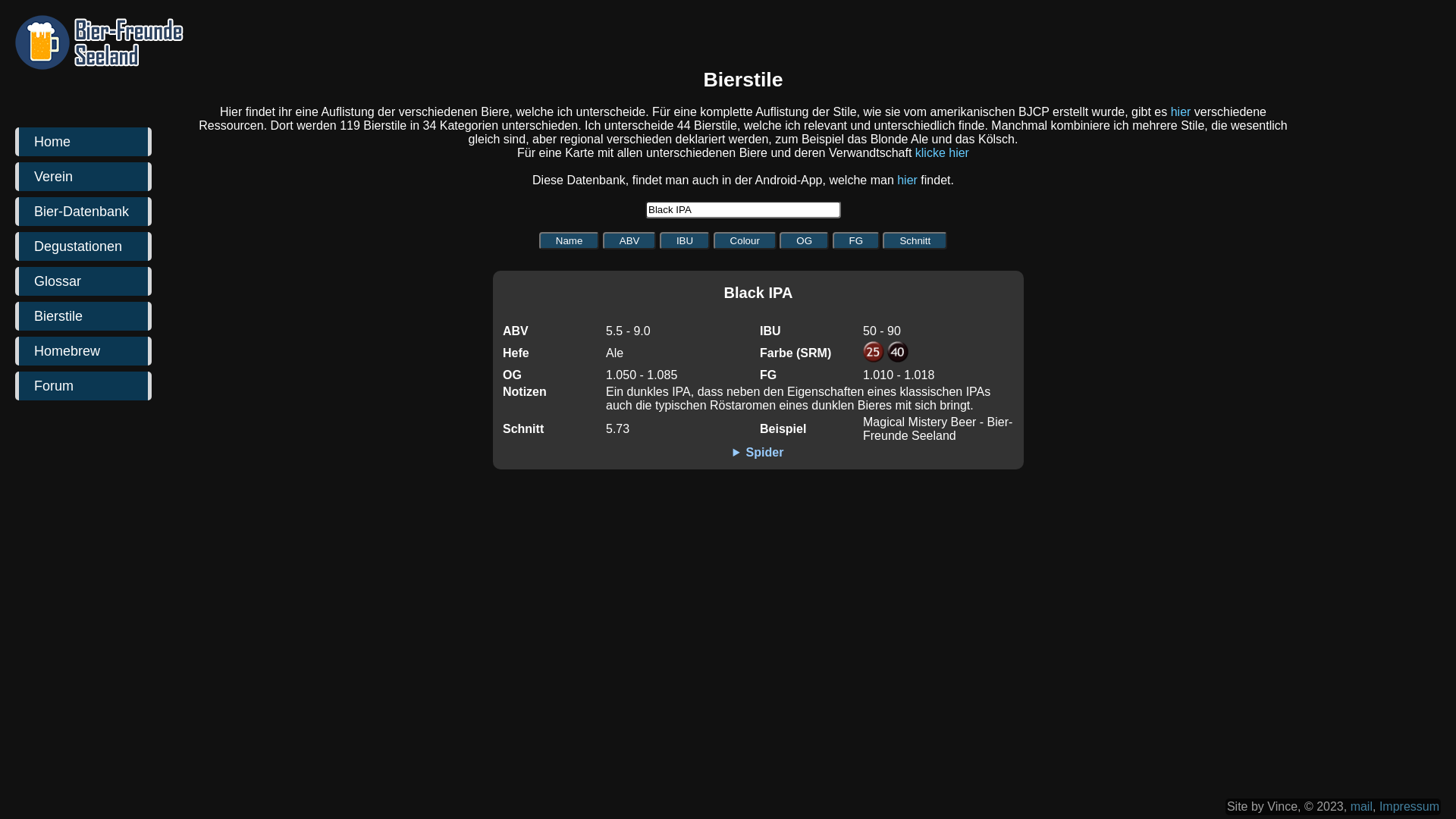 The image size is (1456, 819). I want to click on 'mail', so click(1350, 805).